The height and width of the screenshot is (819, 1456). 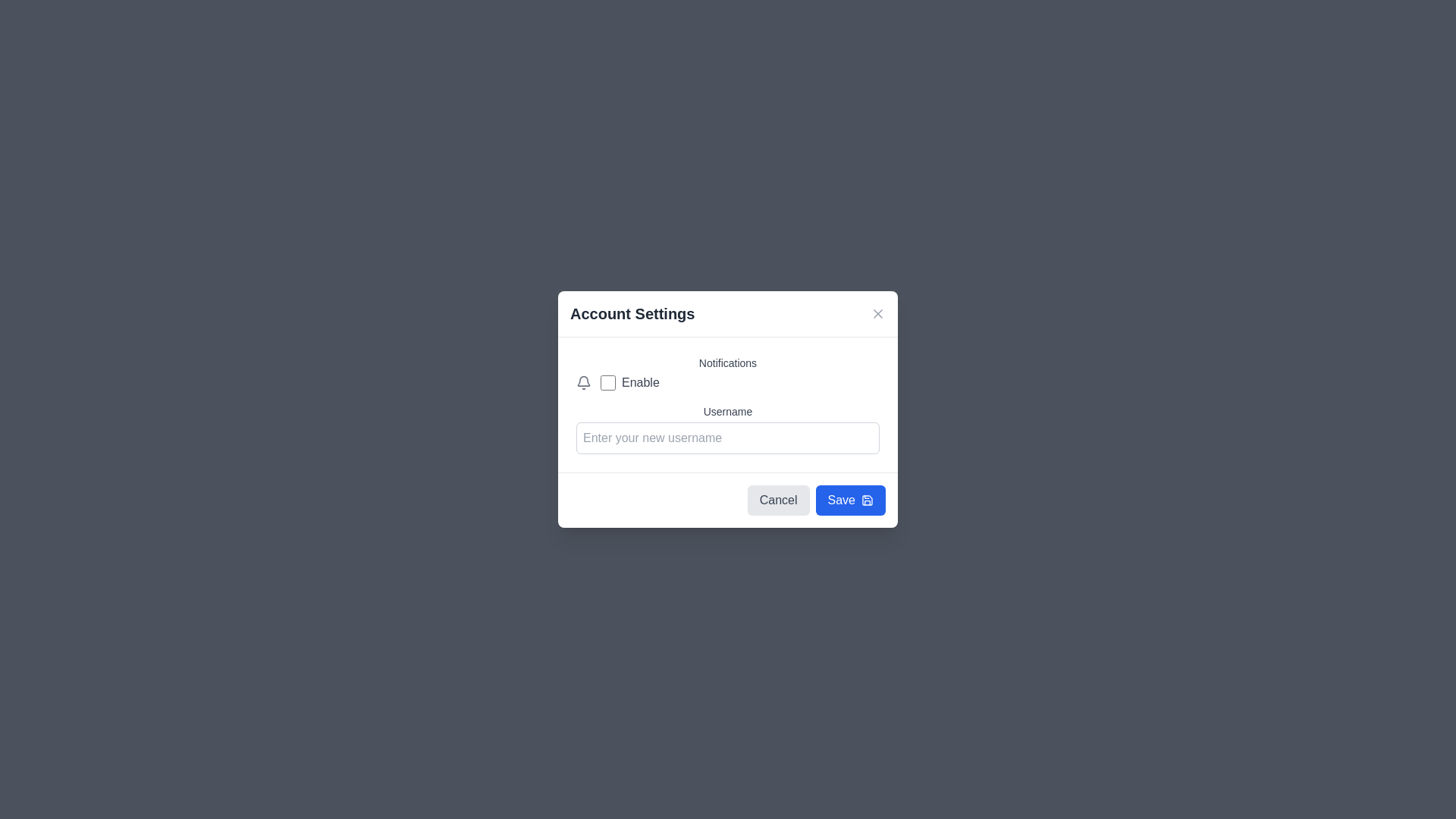 I want to click on the input field for 'Username' in the 'Account Settings' modal to focus and type, so click(x=728, y=429).